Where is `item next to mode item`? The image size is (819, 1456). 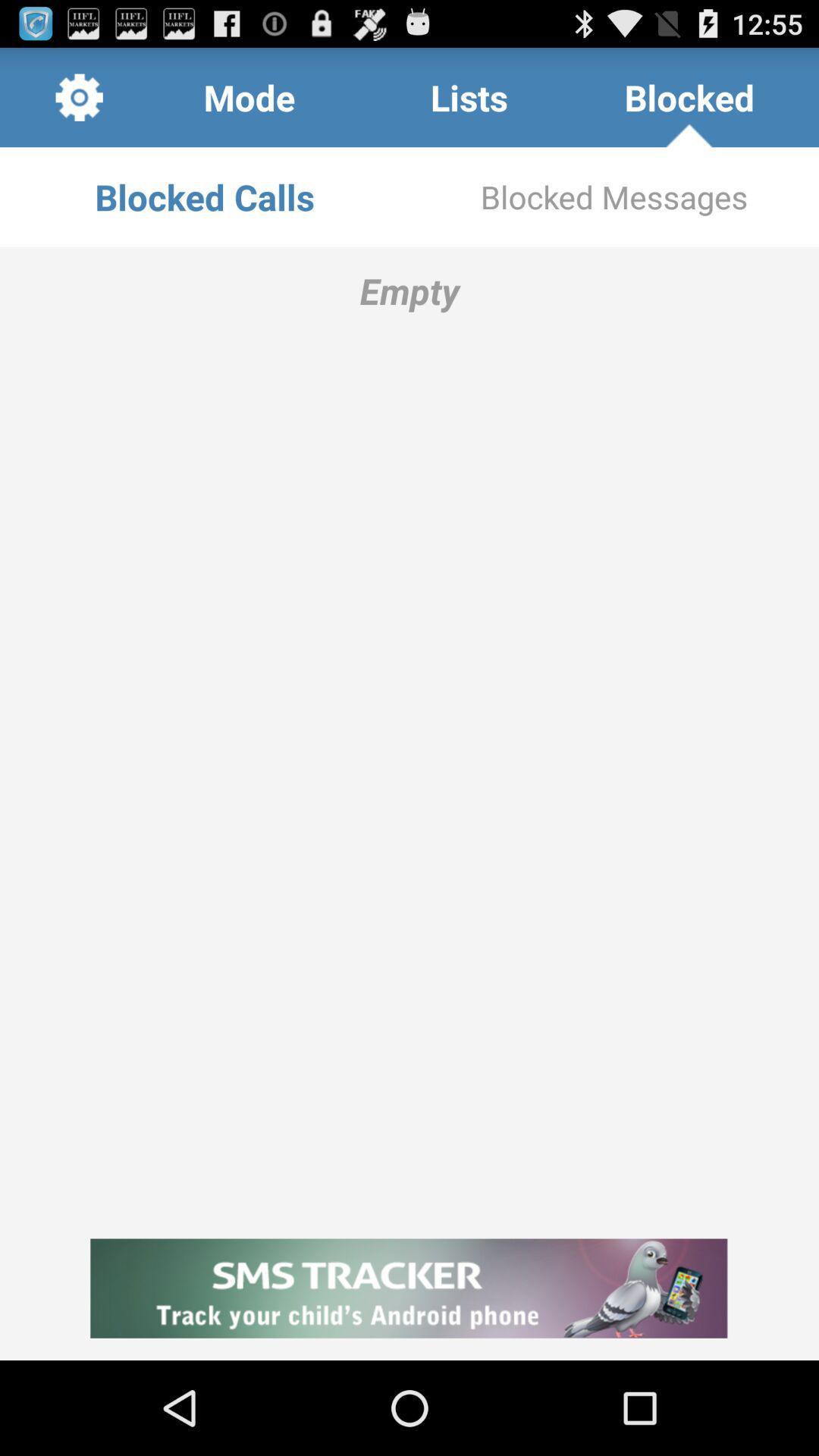
item next to mode item is located at coordinates (79, 96).